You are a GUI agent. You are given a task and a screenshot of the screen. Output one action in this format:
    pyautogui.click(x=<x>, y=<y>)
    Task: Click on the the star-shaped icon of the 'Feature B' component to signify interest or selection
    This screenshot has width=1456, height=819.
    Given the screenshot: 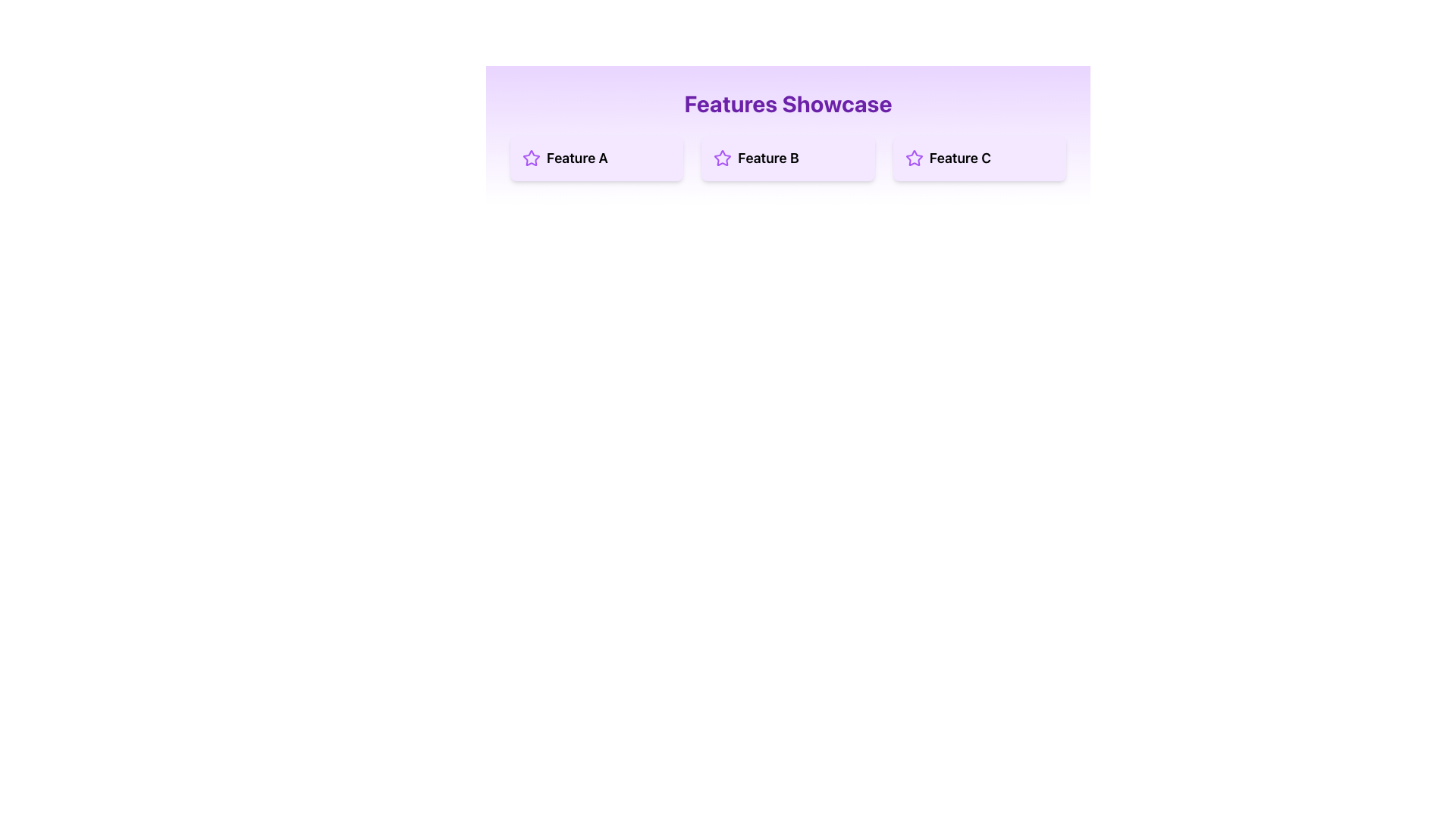 What is the action you would take?
    pyautogui.click(x=788, y=158)
    